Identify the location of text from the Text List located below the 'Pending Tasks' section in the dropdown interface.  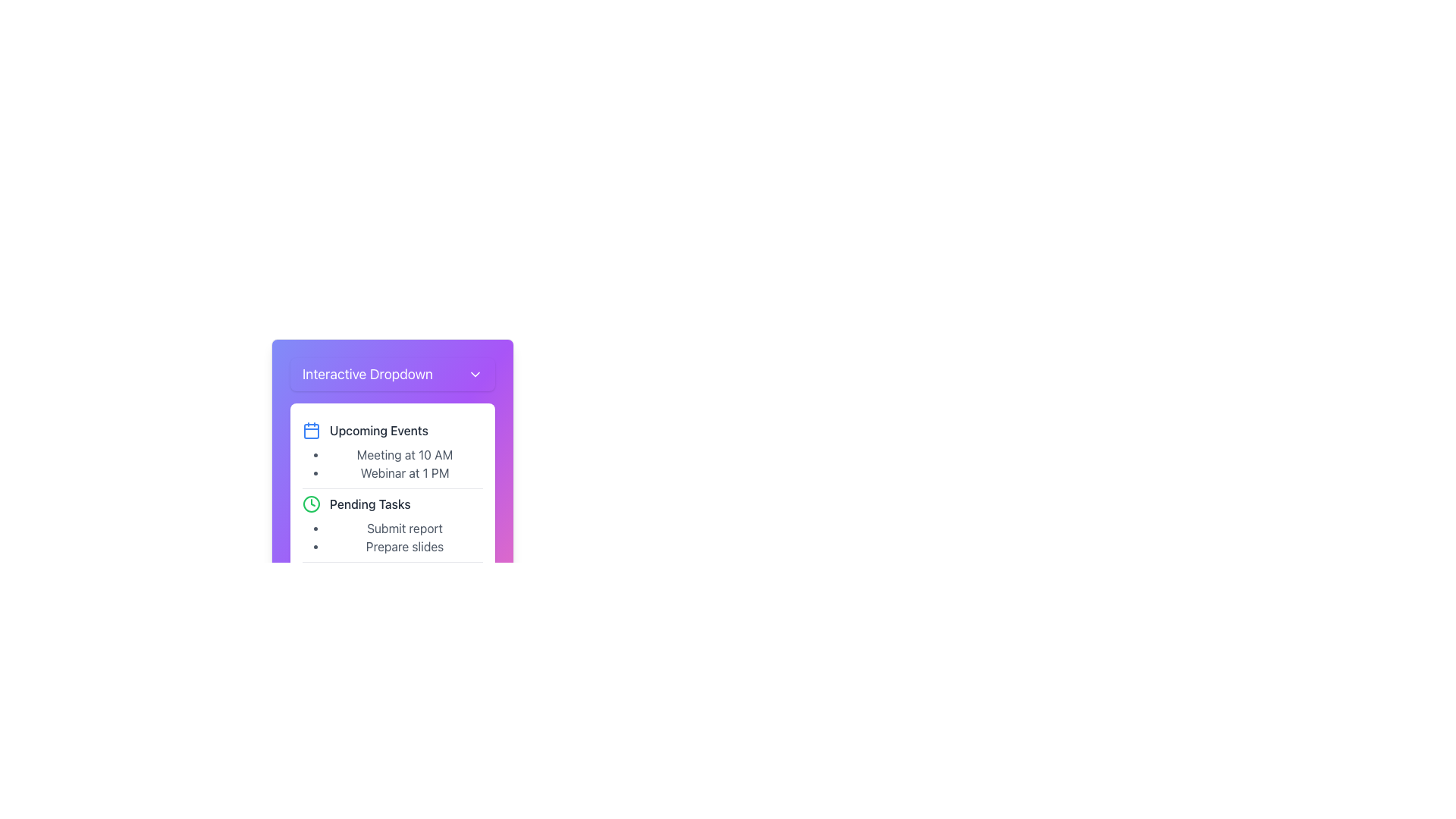
(404, 537).